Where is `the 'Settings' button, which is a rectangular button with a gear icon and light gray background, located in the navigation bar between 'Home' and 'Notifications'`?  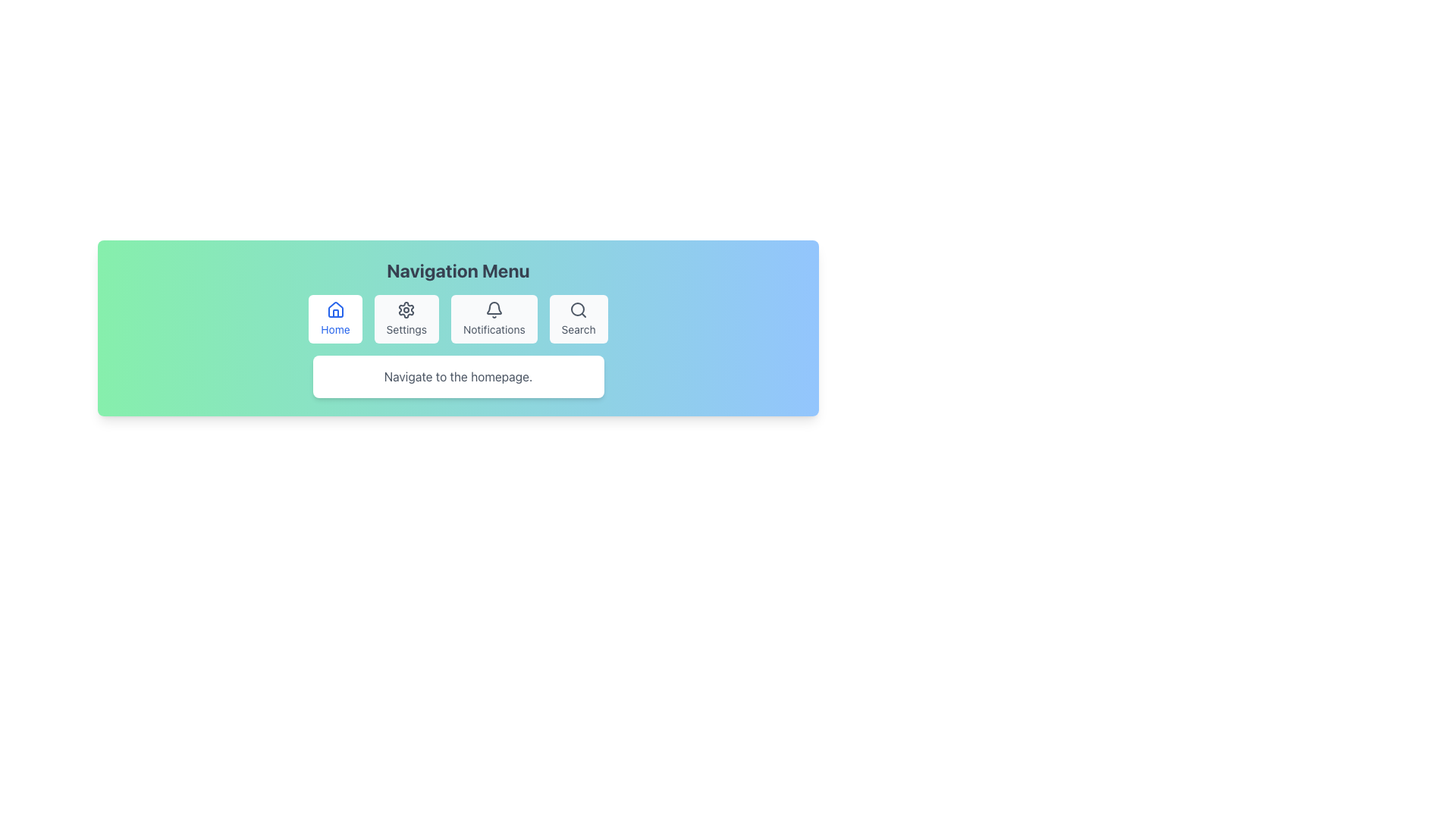
the 'Settings' button, which is a rectangular button with a gear icon and light gray background, located in the navigation bar between 'Home' and 'Notifications' is located at coordinates (406, 318).